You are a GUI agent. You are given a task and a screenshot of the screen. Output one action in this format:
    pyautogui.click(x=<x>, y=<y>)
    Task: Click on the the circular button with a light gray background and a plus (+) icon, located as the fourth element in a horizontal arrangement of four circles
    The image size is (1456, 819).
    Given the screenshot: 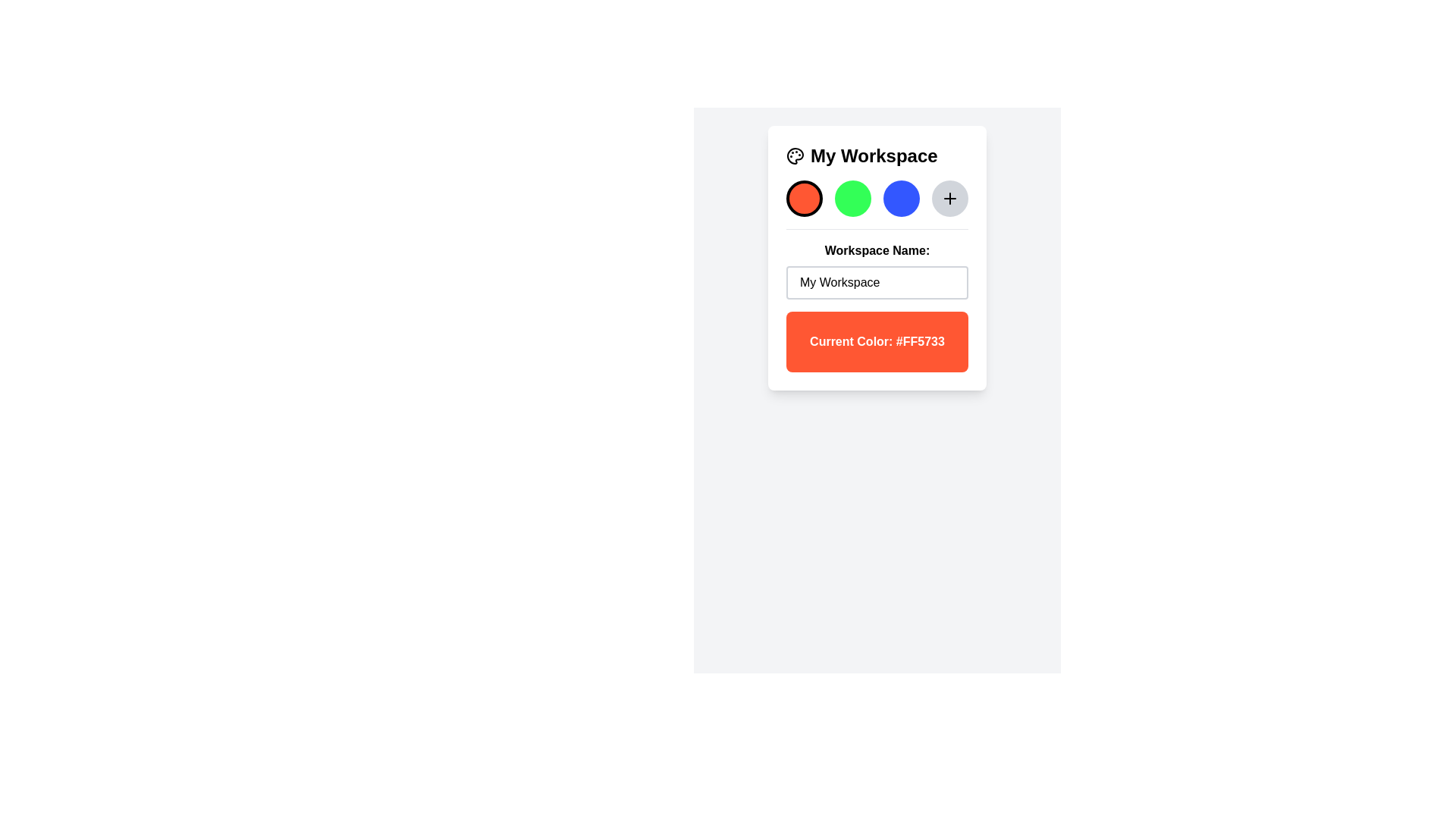 What is the action you would take?
    pyautogui.click(x=949, y=198)
    